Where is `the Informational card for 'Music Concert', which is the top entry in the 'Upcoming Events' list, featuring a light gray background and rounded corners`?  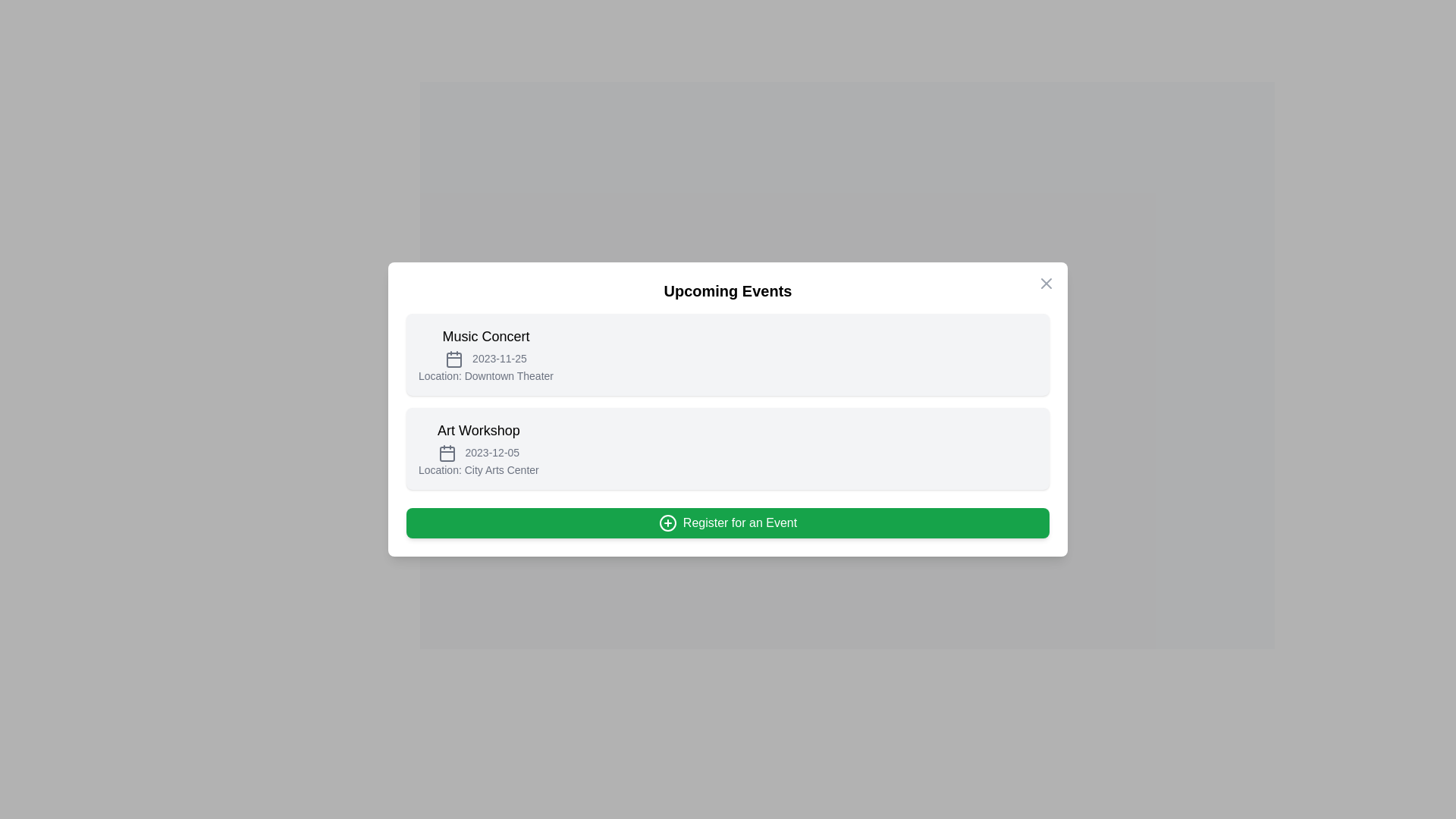
the Informational card for 'Music Concert', which is the top entry in the 'Upcoming Events' list, featuring a light gray background and rounded corners is located at coordinates (728, 354).